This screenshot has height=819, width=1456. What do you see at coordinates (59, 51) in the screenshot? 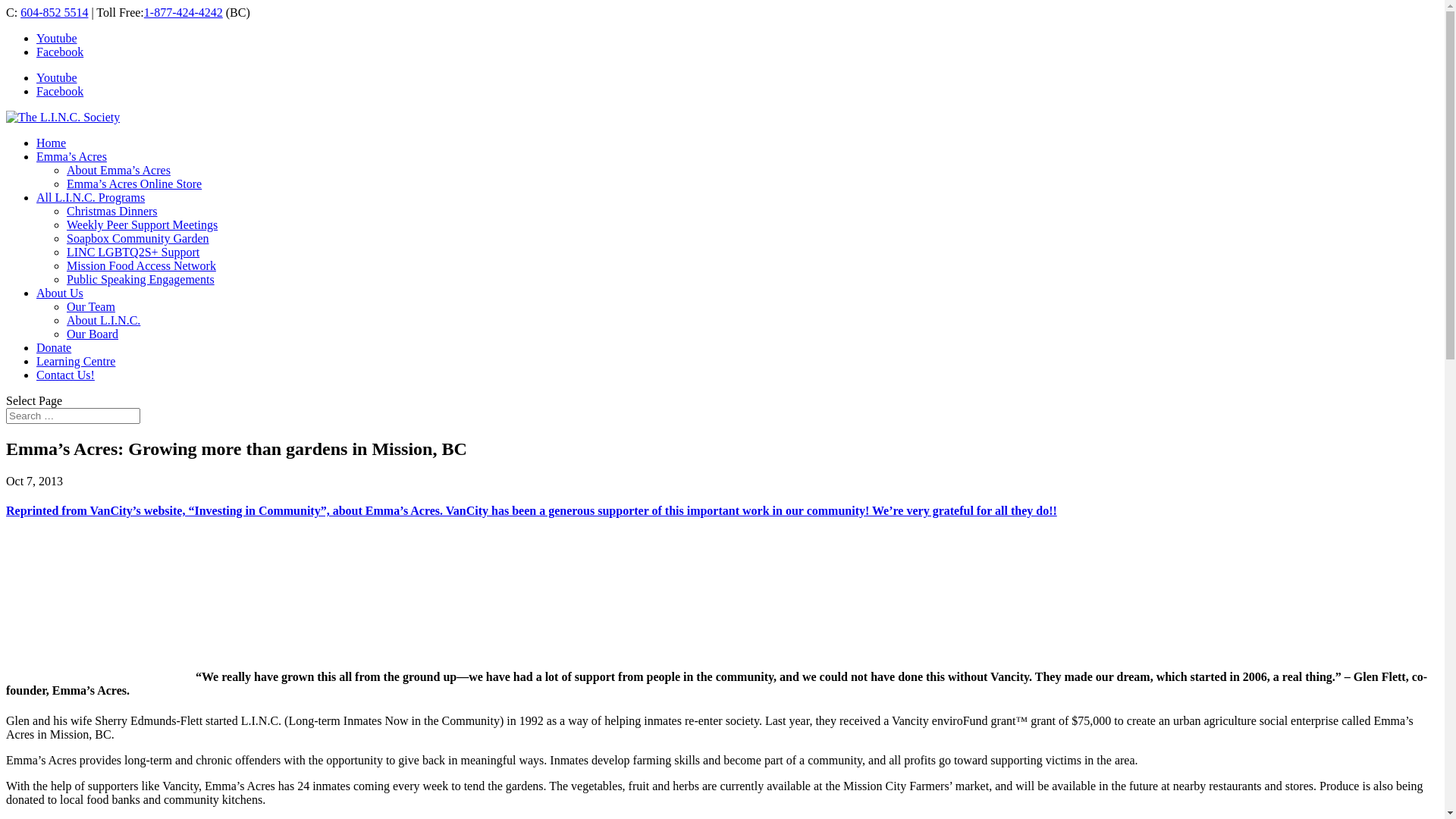
I see `'Facebook'` at bounding box center [59, 51].